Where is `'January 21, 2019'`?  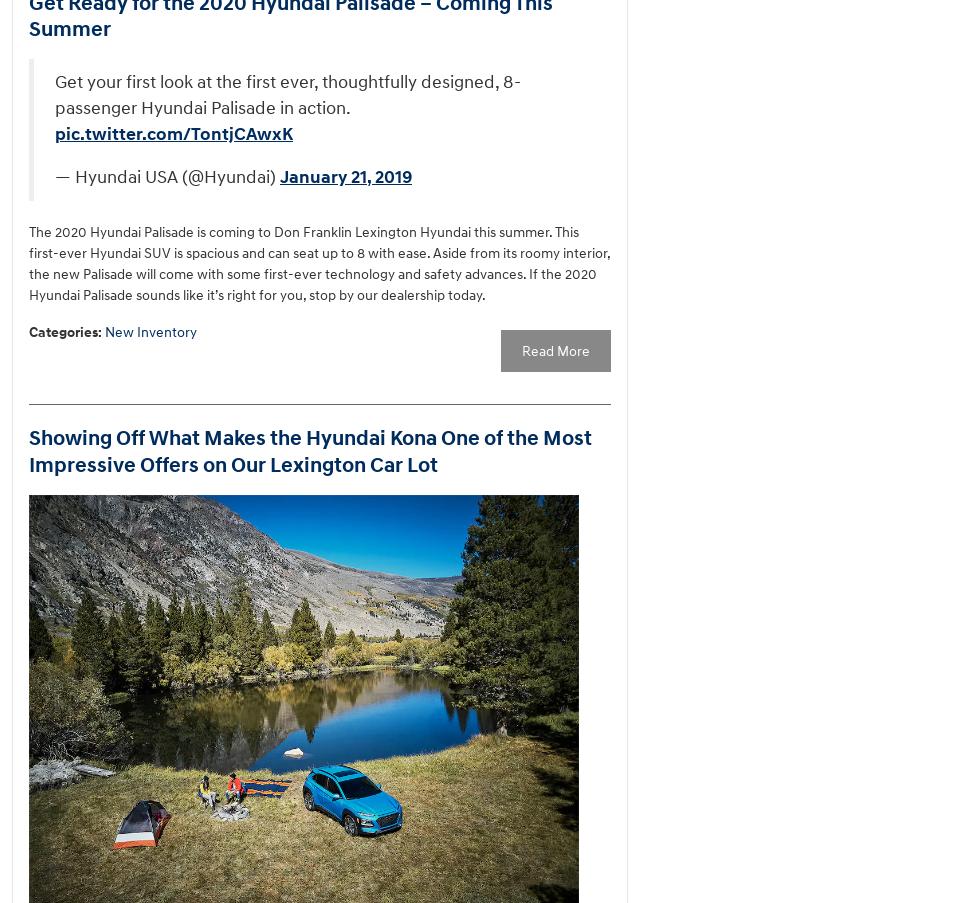
'January 21, 2019' is located at coordinates (345, 175).